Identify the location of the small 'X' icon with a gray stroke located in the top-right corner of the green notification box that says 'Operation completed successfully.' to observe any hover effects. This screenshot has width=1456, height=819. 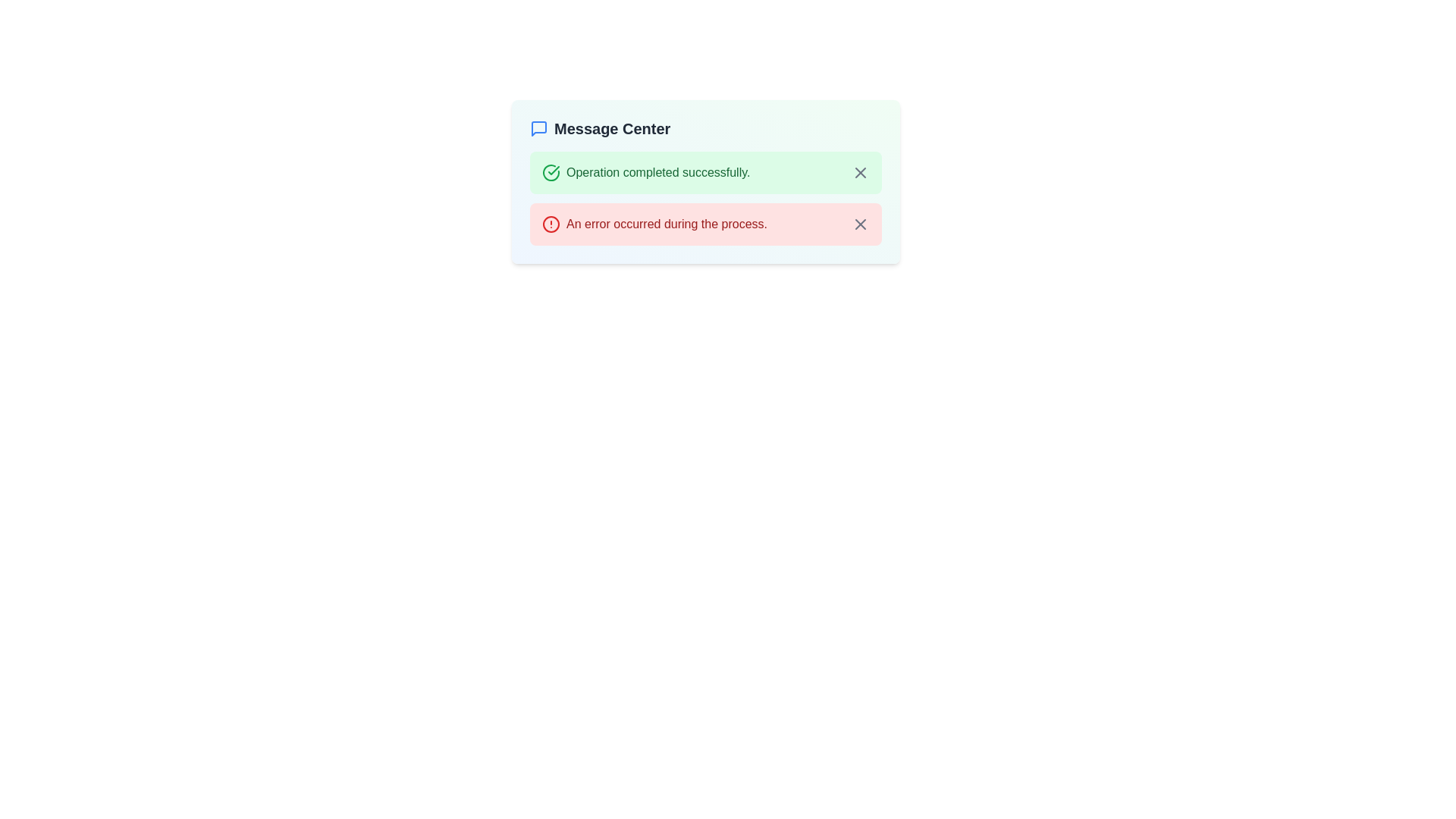
(860, 171).